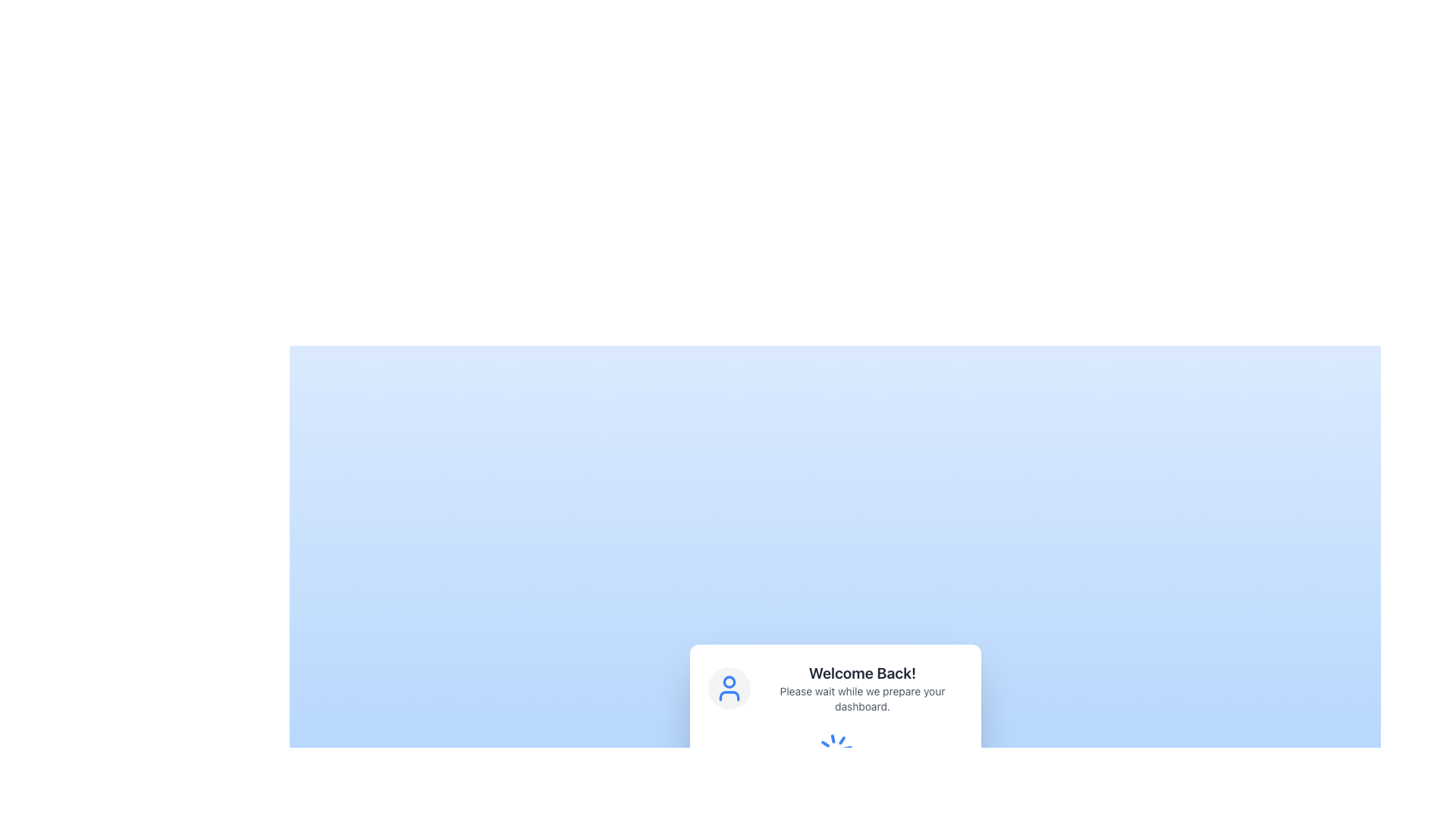 This screenshot has width=1456, height=819. I want to click on the blue circular graphic representing the head of the user avatar icon located in the bottom panel of the application interface, so click(729, 681).